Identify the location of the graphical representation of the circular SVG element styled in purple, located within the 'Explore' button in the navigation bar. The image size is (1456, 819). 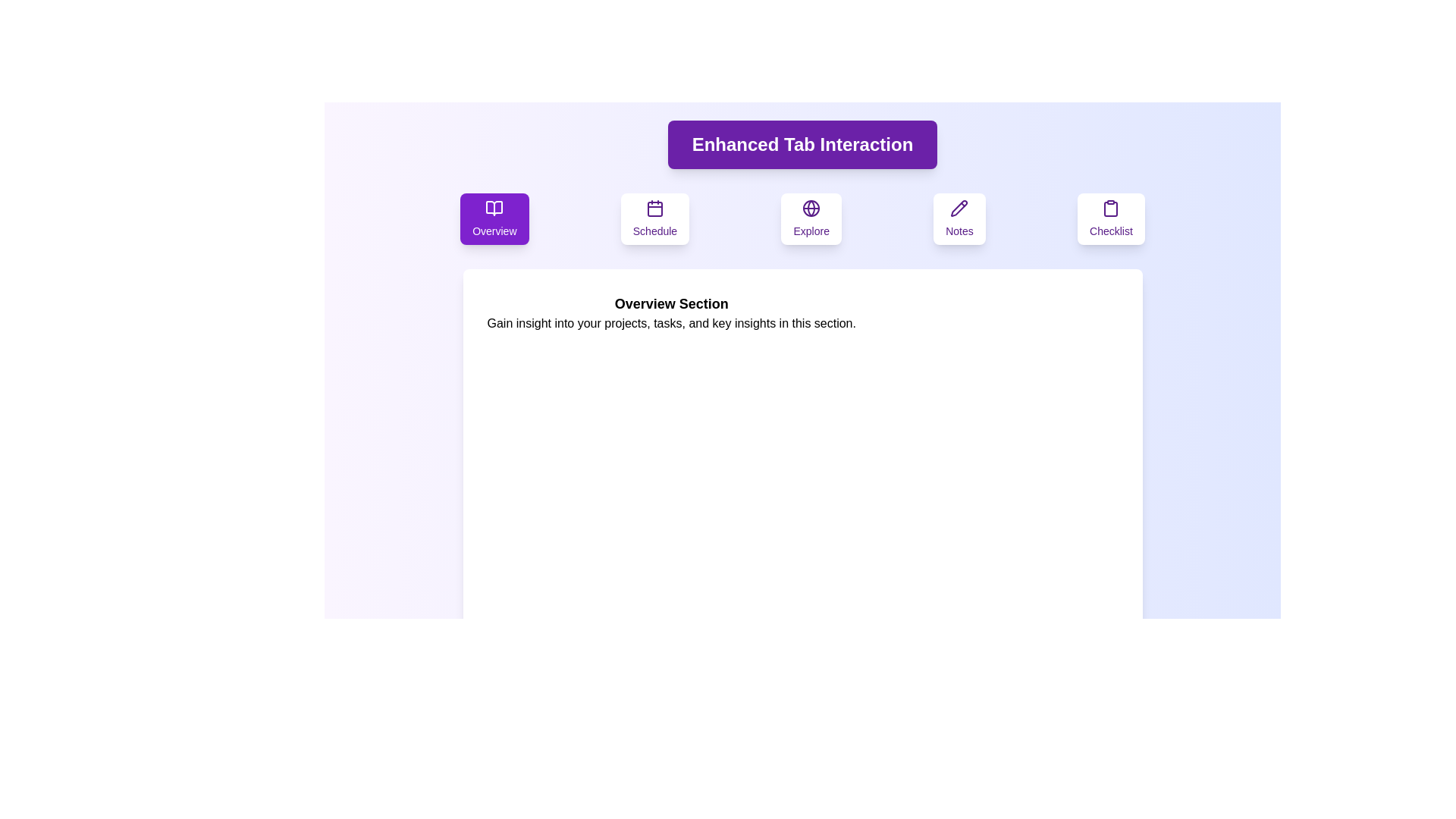
(811, 208).